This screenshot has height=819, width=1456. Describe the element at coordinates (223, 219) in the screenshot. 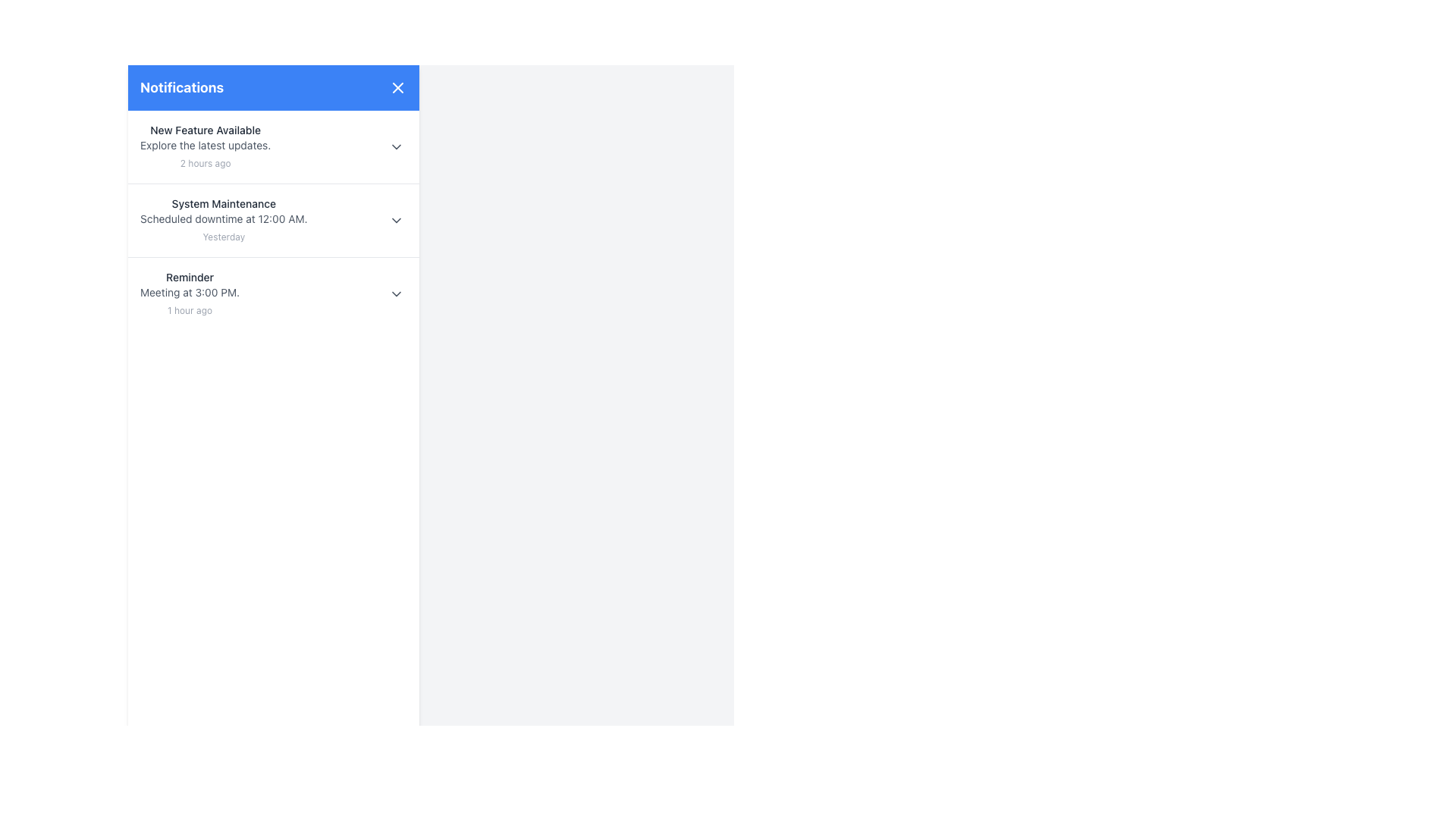

I see `the text element displaying 'Scheduled downtime at 12:00 AM'` at that location.